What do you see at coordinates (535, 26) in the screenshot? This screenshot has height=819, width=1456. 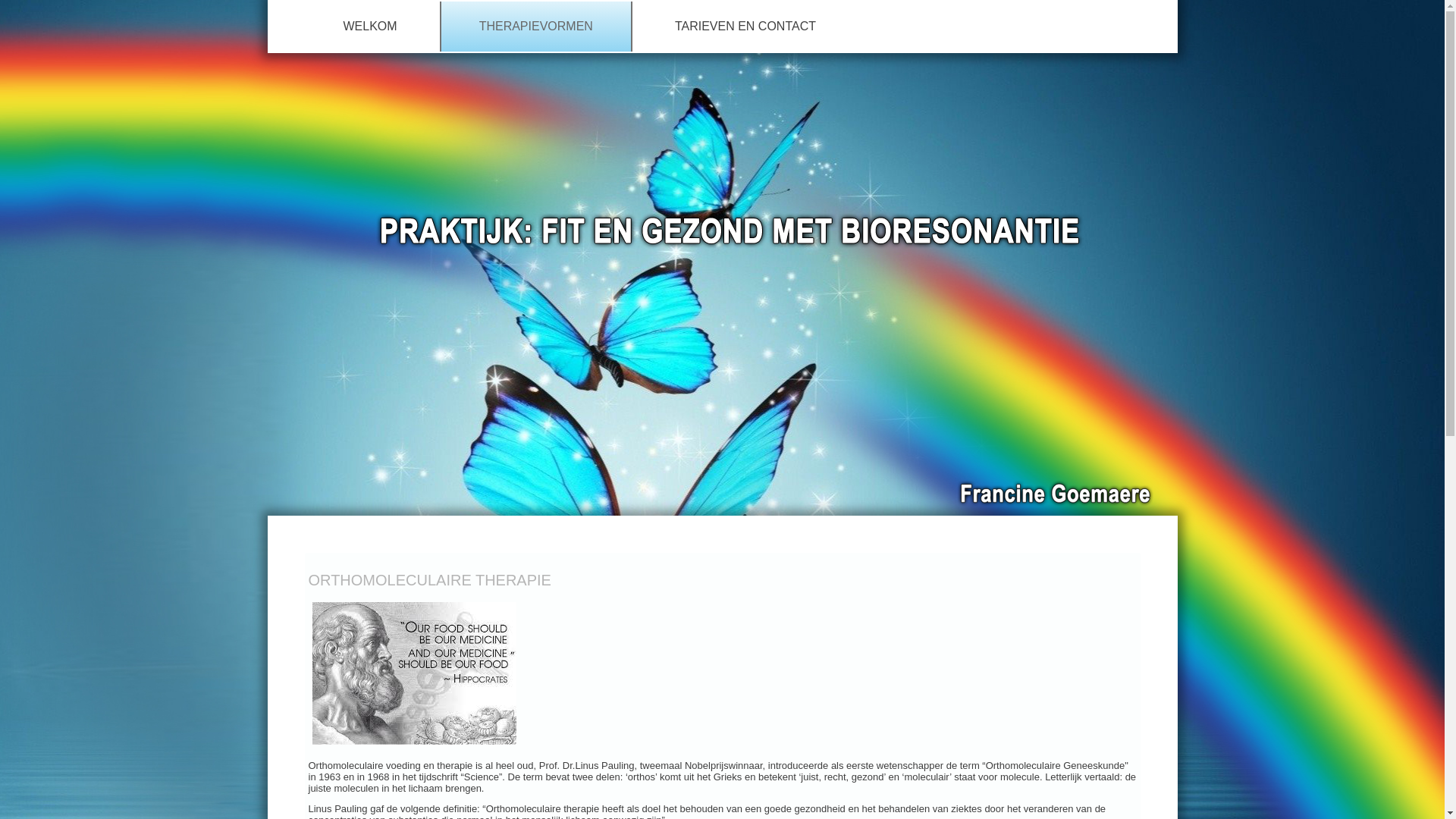 I see `'THERAPIEVORMEN'` at bounding box center [535, 26].